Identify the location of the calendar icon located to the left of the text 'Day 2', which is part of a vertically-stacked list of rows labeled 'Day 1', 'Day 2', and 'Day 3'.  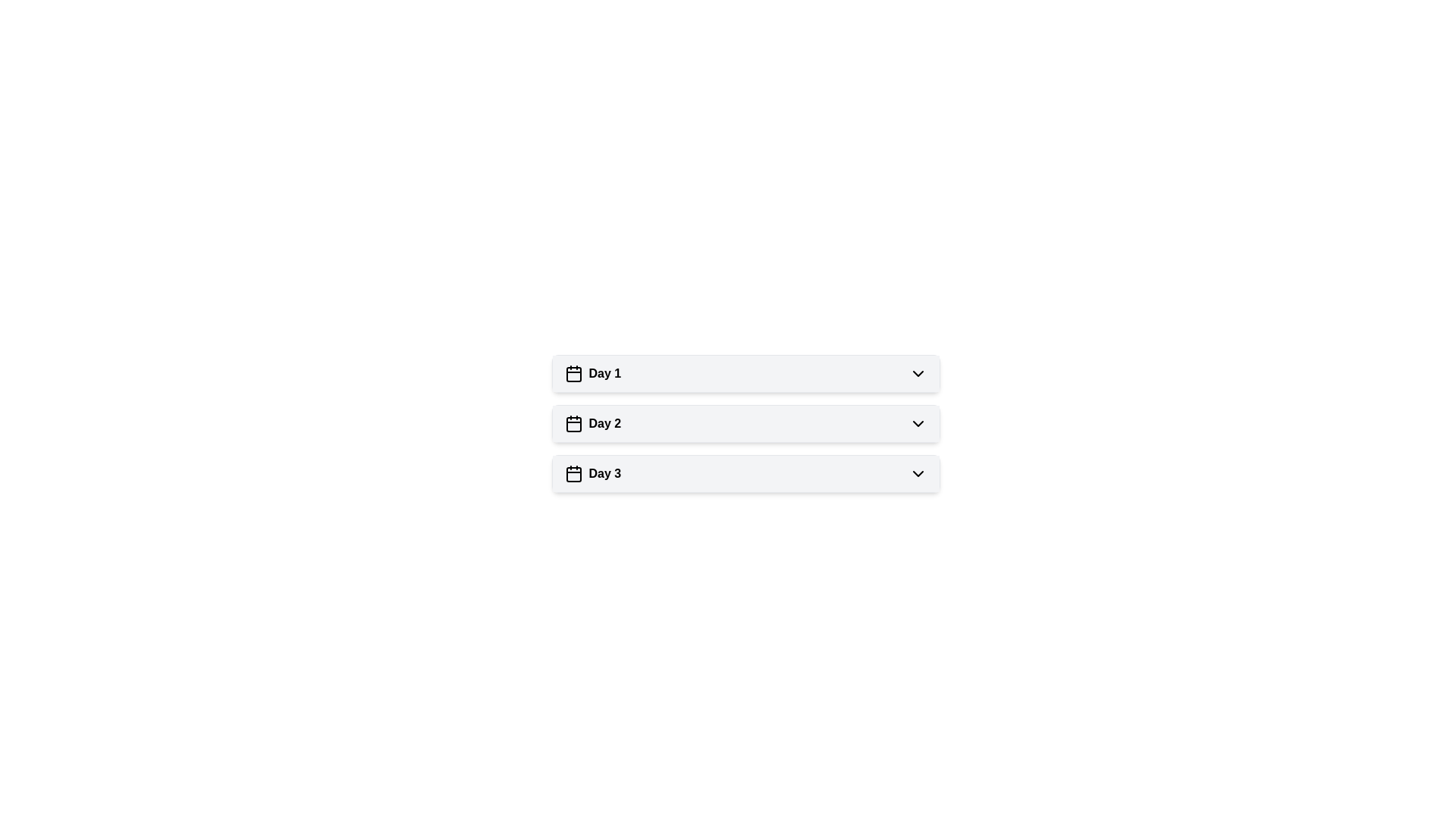
(573, 424).